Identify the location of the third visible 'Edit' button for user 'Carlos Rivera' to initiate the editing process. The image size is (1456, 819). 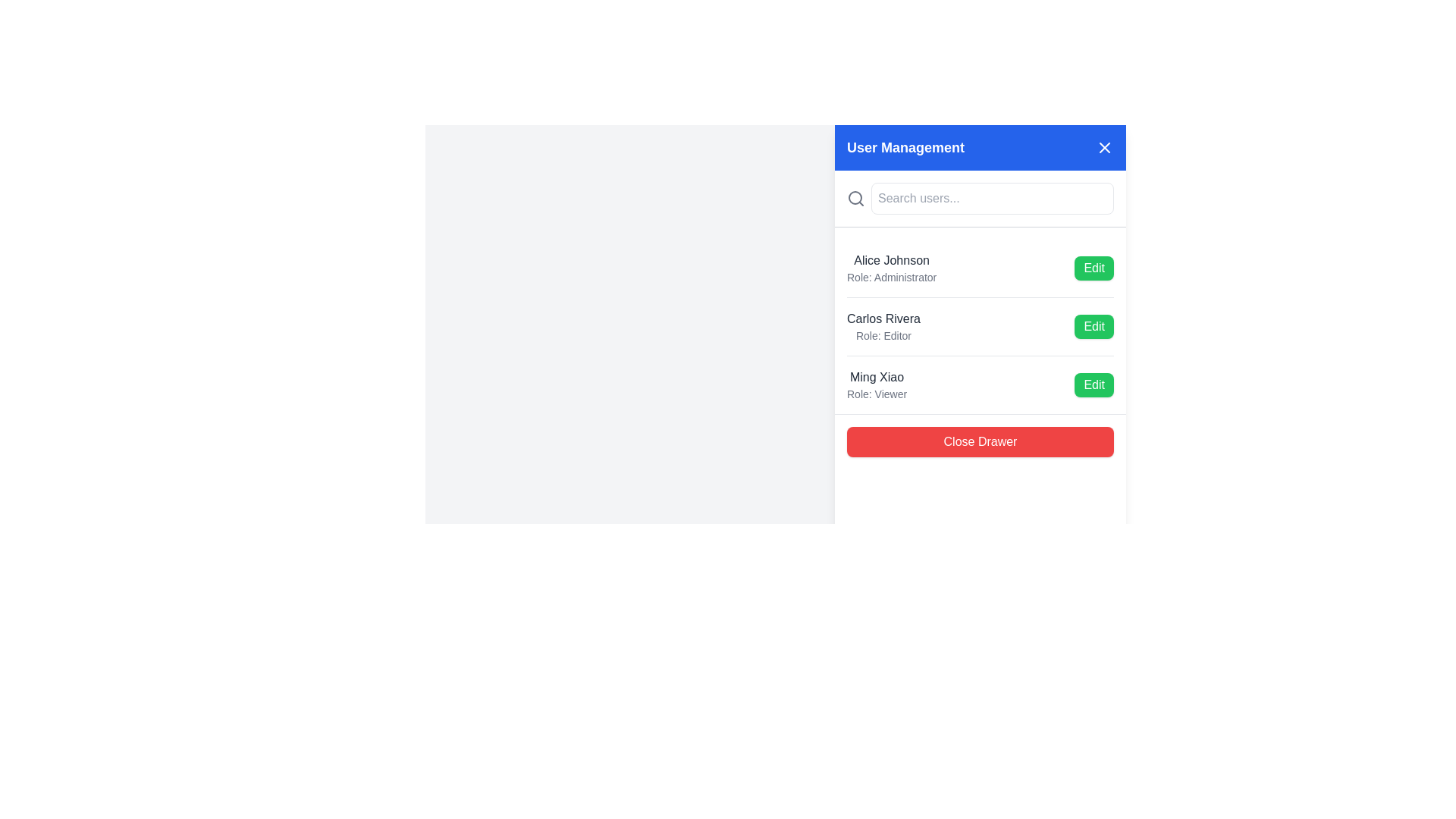
(1094, 326).